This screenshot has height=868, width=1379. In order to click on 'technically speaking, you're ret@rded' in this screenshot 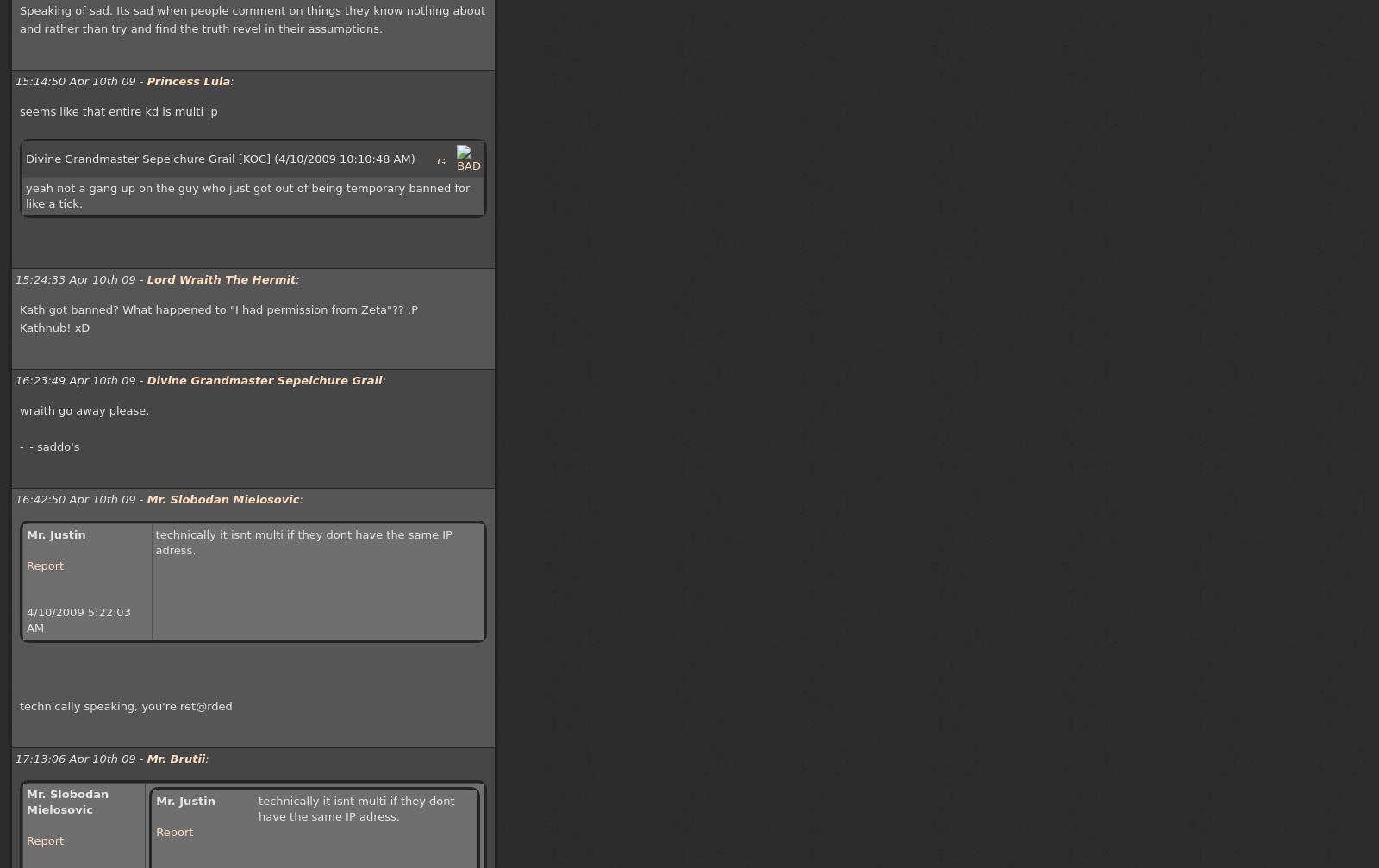, I will do `click(124, 705)`.